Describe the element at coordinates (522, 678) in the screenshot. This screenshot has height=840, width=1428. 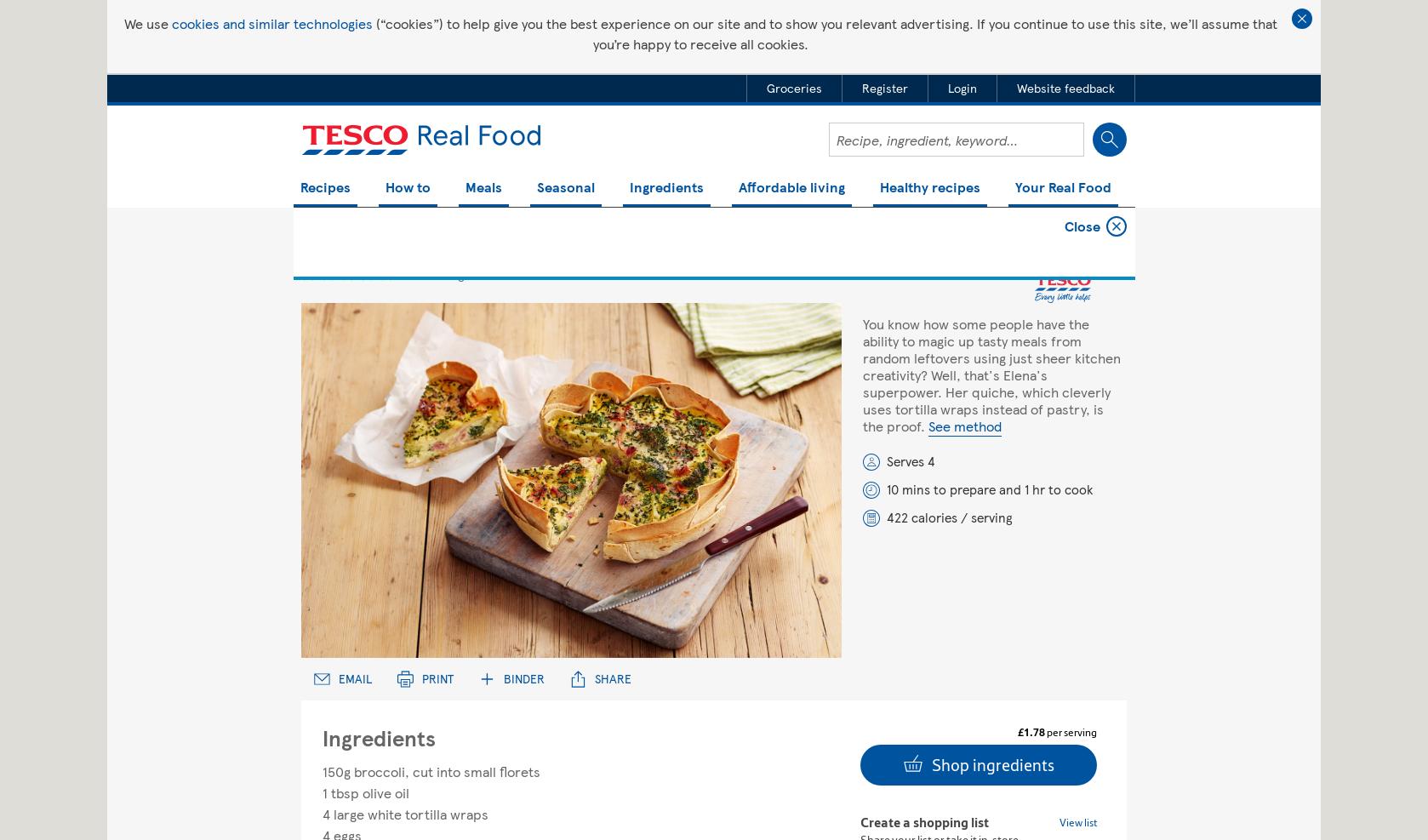
I see `'Binder'` at that location.